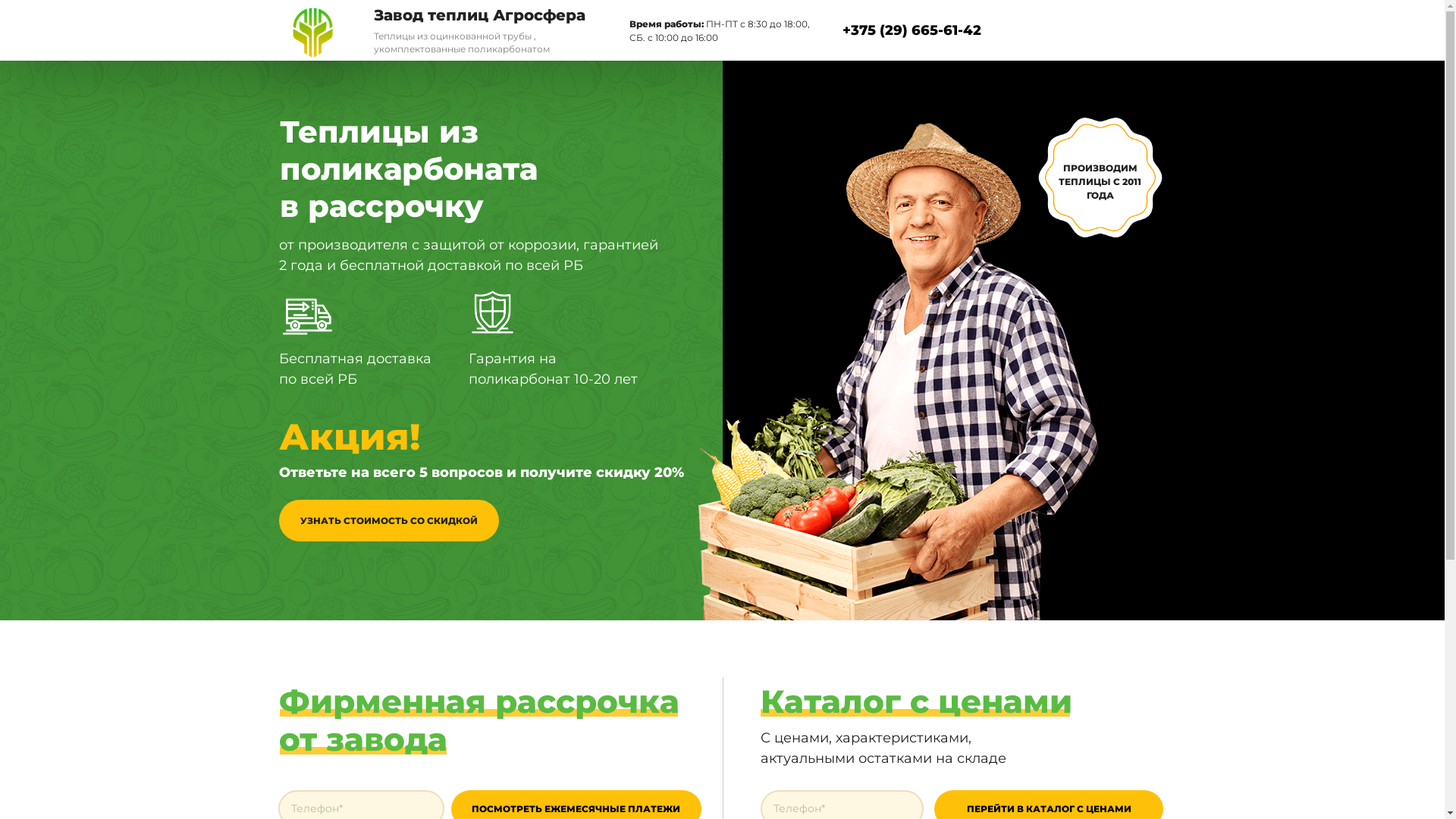 The width and height of the screenshot is (1456, 819). I want to click on '+375 (29) 665-61-42', so click(910, 30).